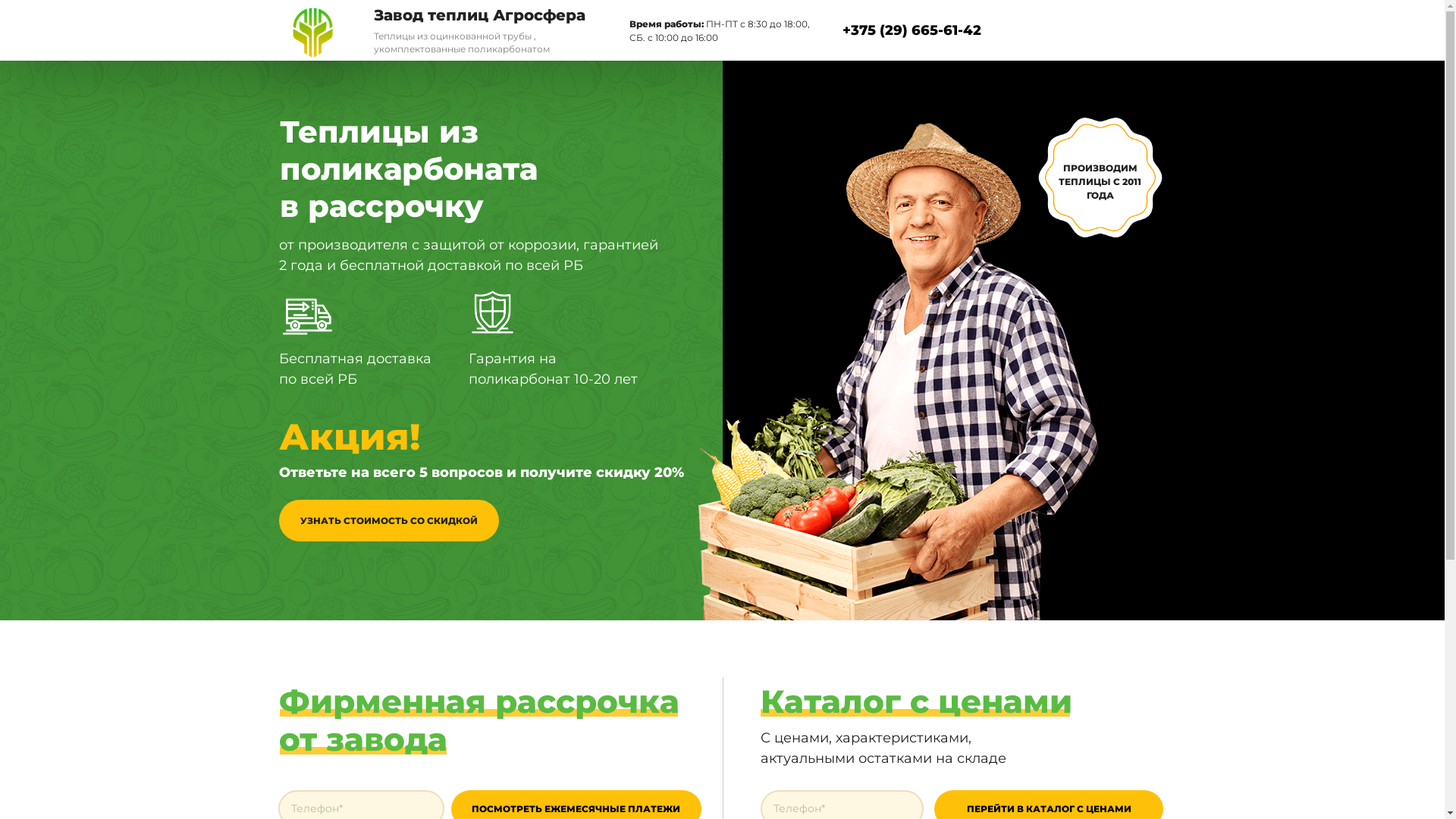 The width and height of the screenshot is (1456, 819). I want to click on '+375 (29) 665-61-42', so click(910, 30).